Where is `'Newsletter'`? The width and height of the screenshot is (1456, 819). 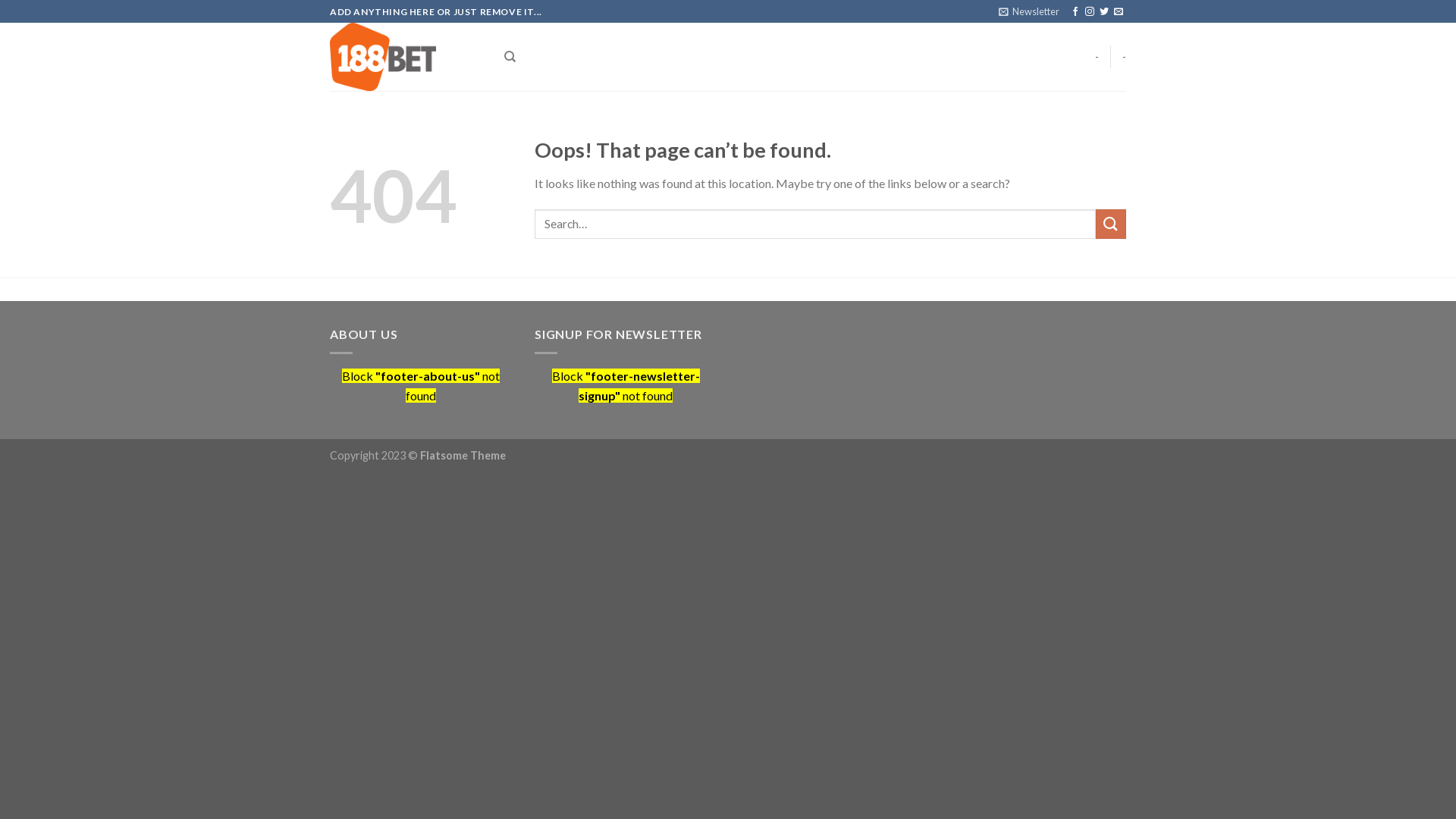 'Newsletter' is located at coordinates (1029, 11).